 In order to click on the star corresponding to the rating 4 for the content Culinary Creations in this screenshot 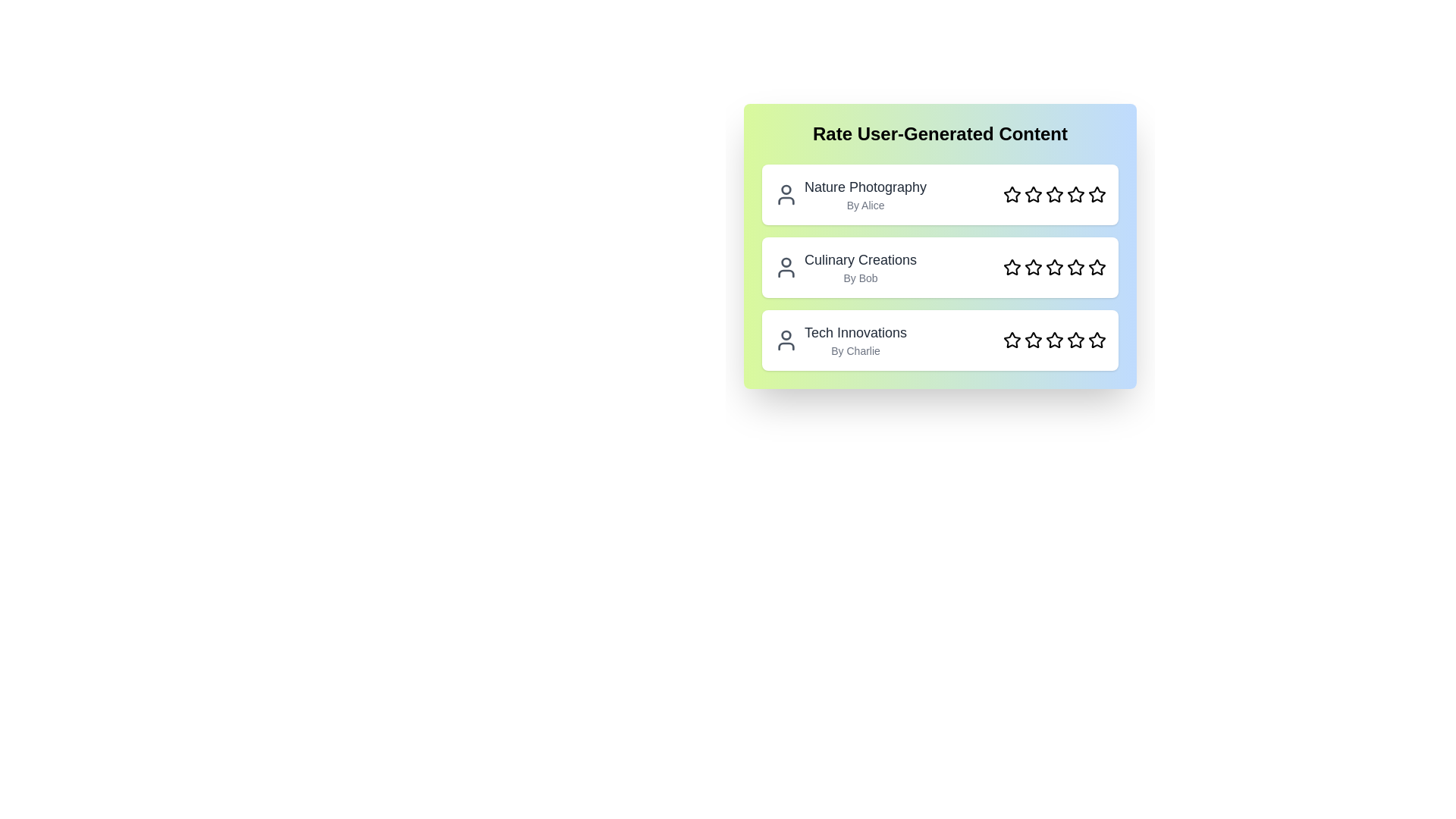, I will do `click(1075, 267)`.